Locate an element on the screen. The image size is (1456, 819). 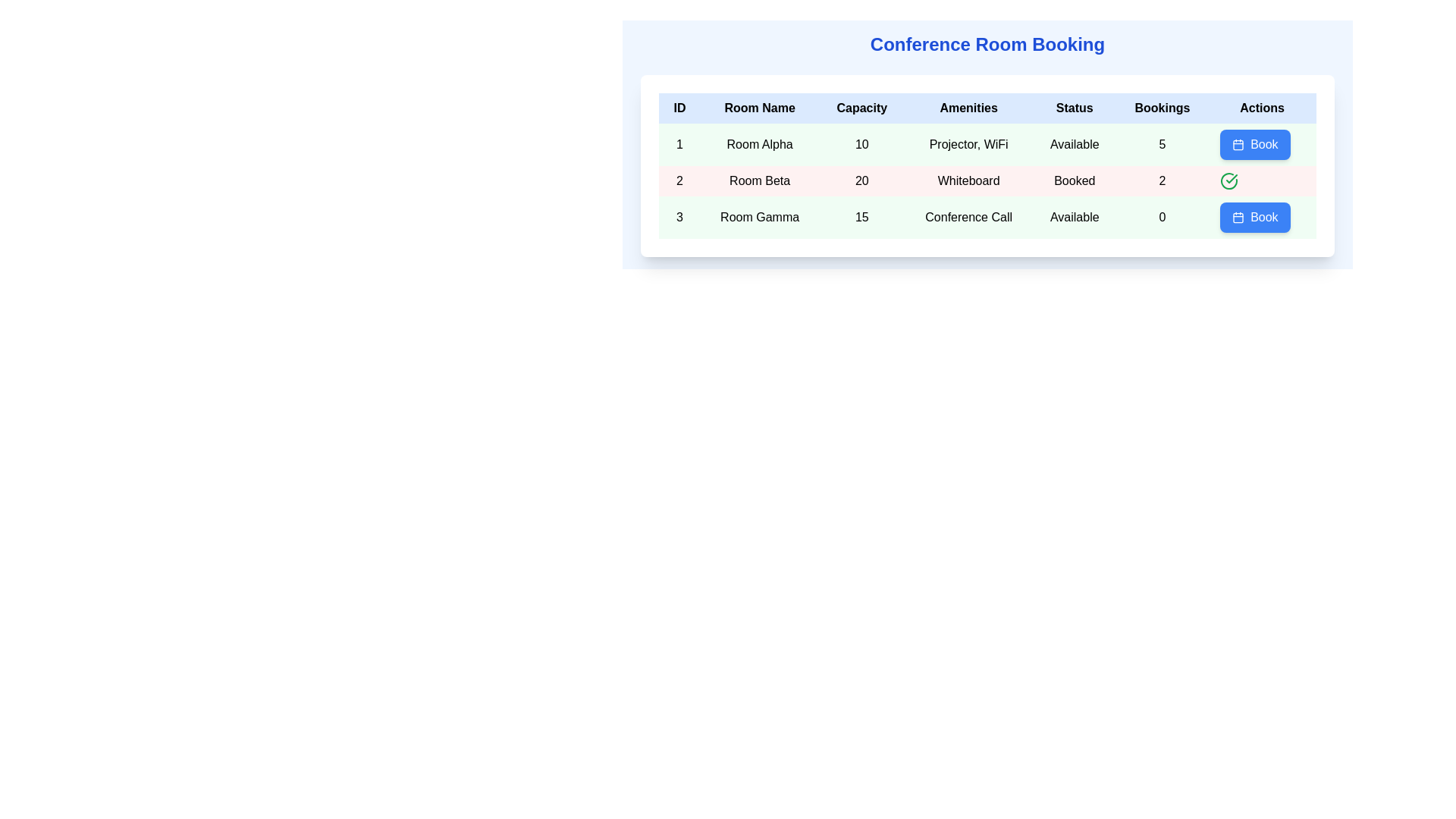
the calendar icon within the blue 'Book' button in the 'Actions' column of the third row, which represents 'Room Gamma' is located at coordinates (1238, 217).